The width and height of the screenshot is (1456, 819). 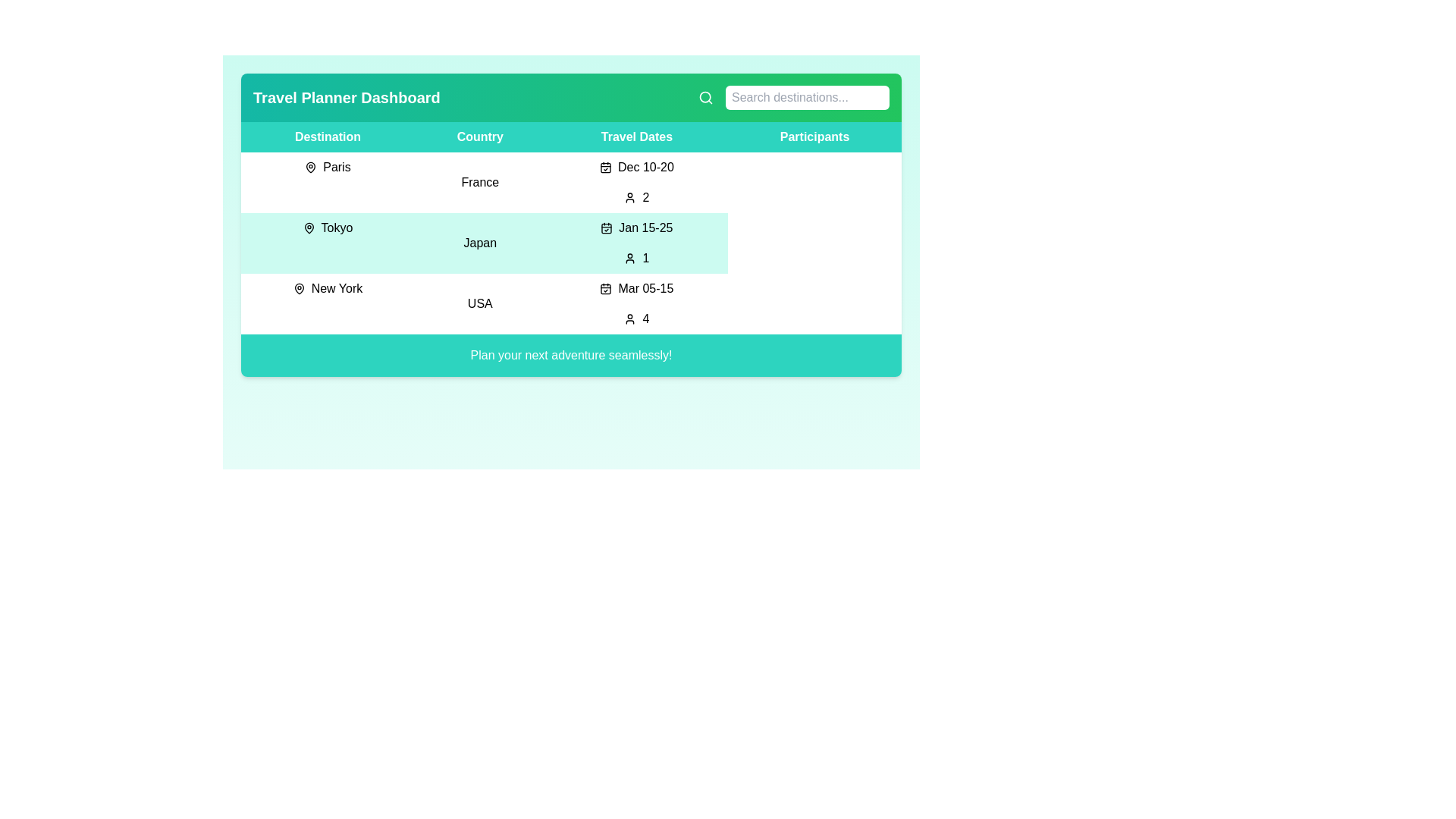 I want to click on the calendar icon with a check mark located in the 'Travel Dates' column for the 'Paris' row, preceding the text 'Dec 10-20', so click(x=604, y=167).